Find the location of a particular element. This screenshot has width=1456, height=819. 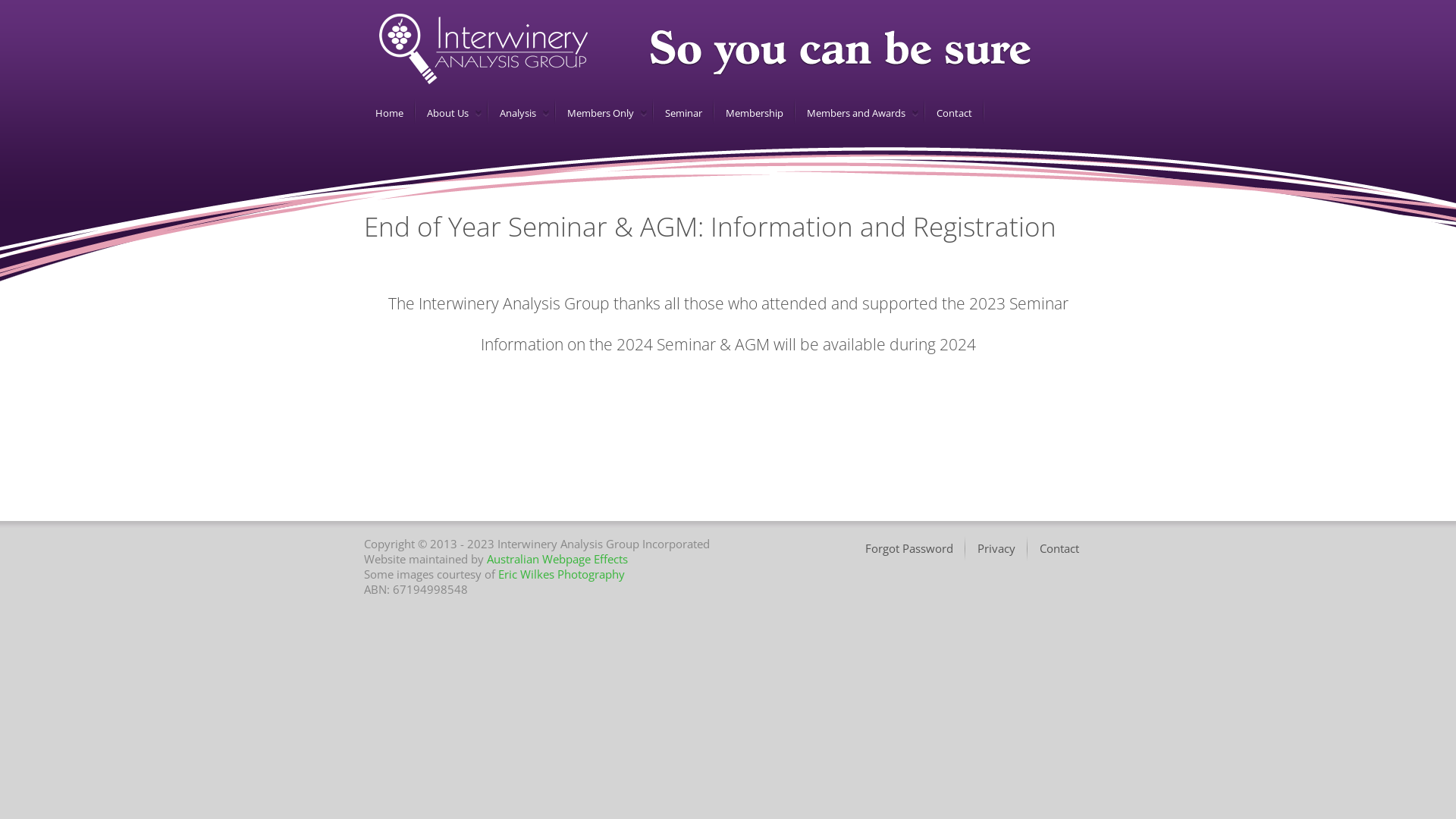

'Interwinery Analysis Group' is located at coordinates (378, 48).